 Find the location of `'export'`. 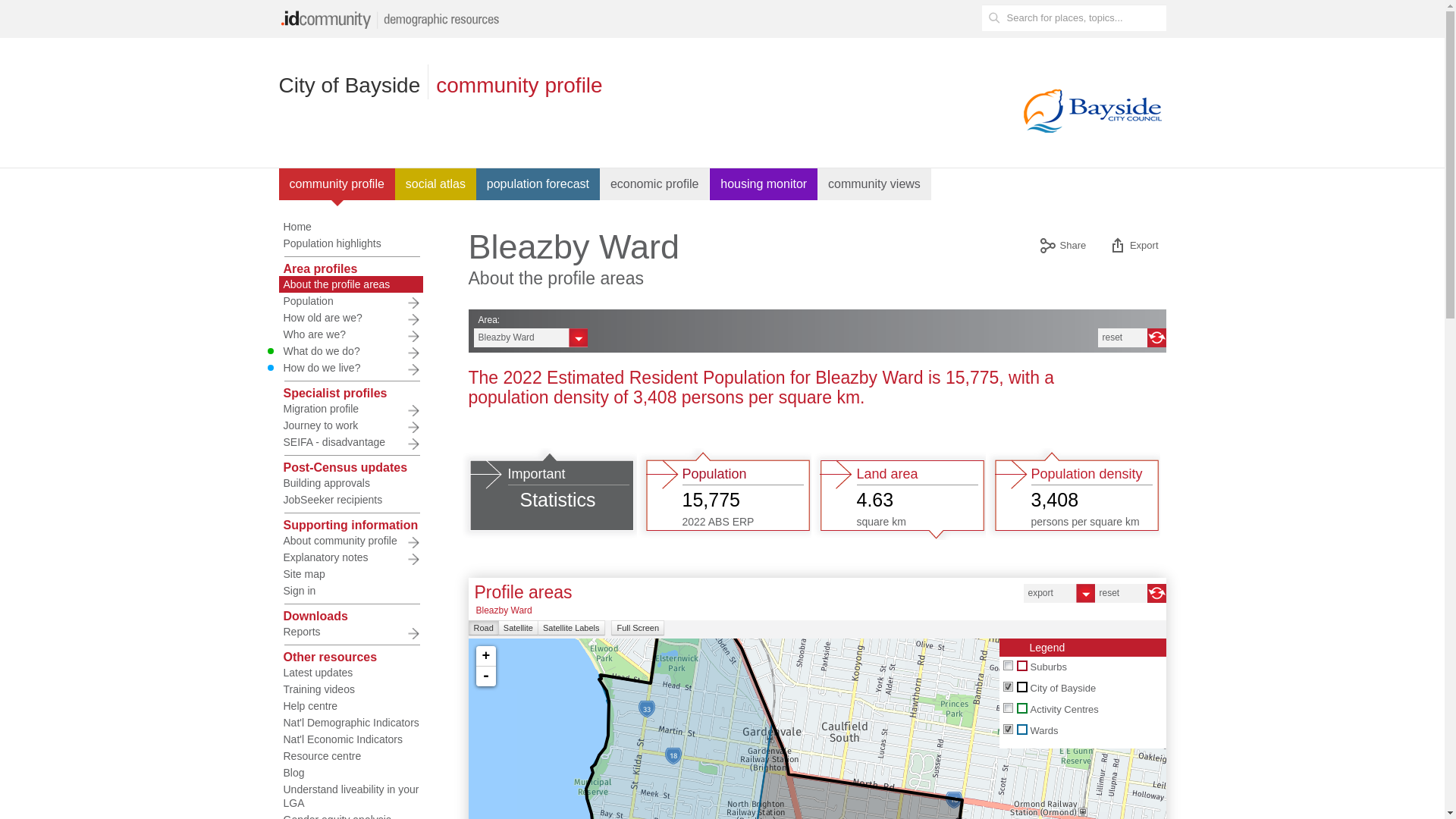

'export' is located at coordinates (1023, 592).